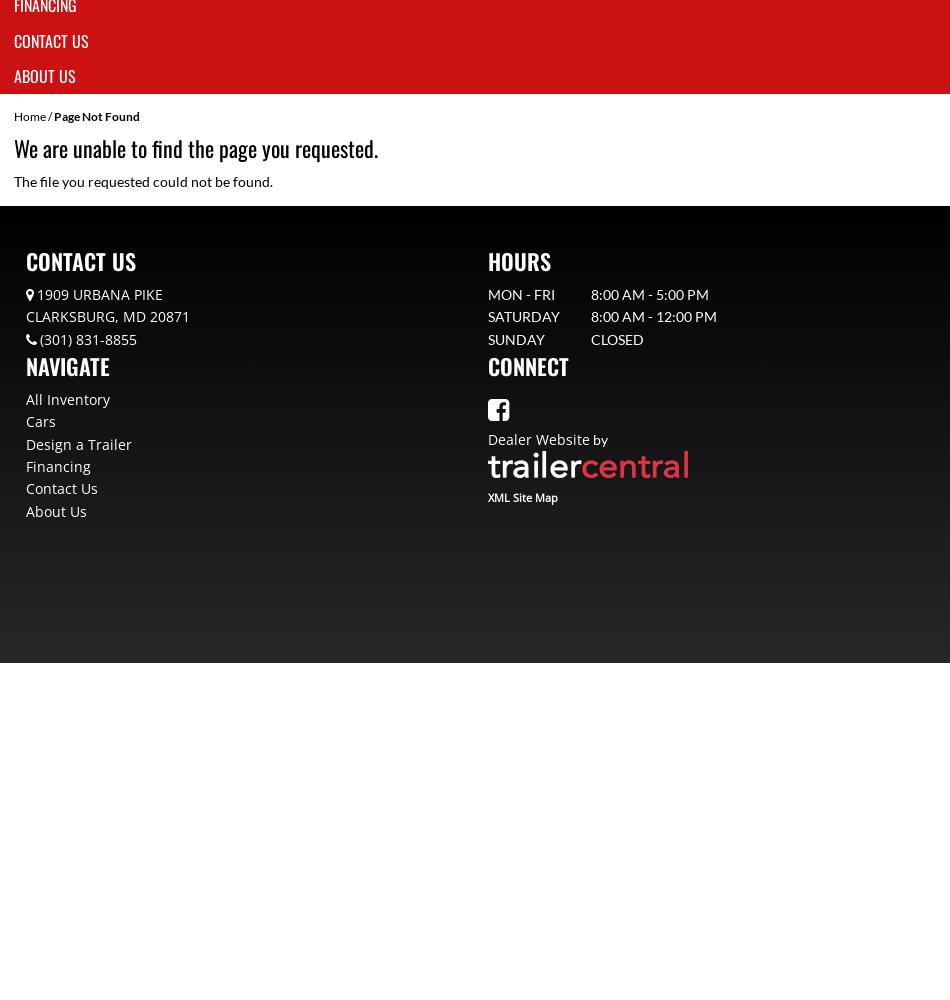 The width and height of the screenshot is (950, 1000). What do you see at coordinates (108, 315) in the screenshot?
I see `'CLARKSBURG, MD 20871'` at bounding box center [108, 315].